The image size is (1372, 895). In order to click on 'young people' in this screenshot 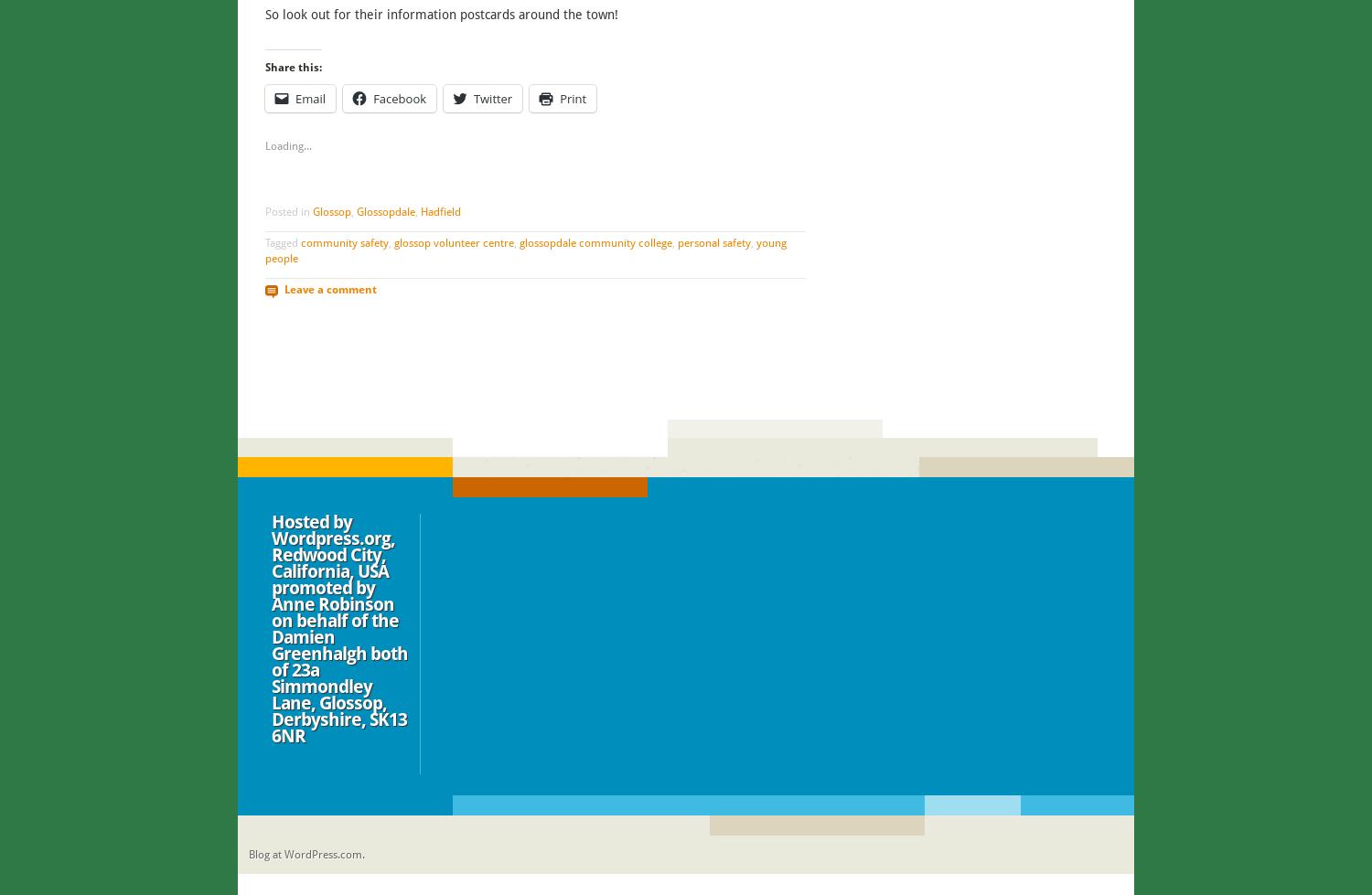, I will do `click(524, 250)`.